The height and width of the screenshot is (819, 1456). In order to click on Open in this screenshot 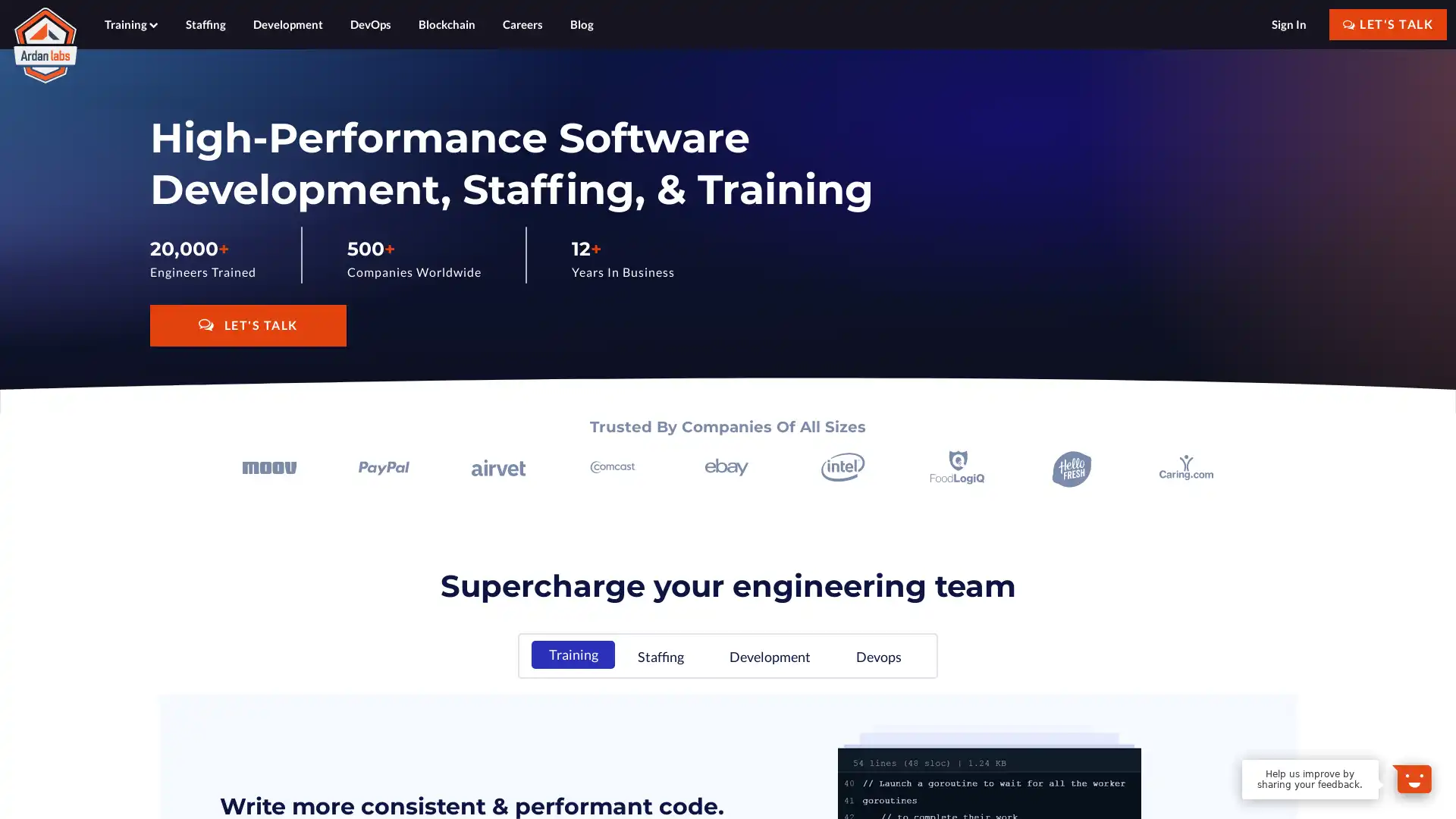, I will do `click(1410, 778)`.